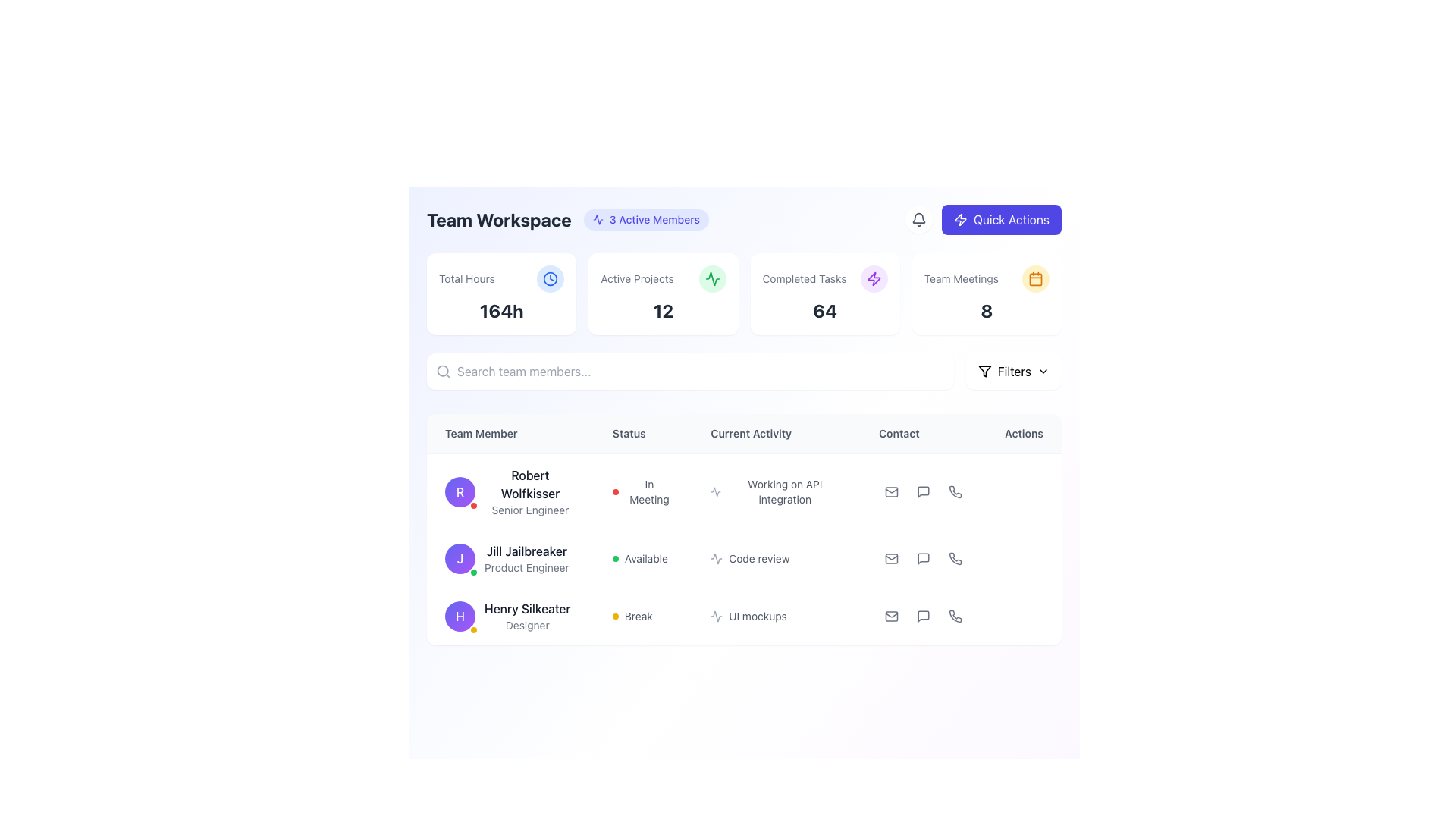 Image resolution: width=1456 pixels, height=819 pixels. What do you see at coordinates (649, 491) in the screenshot?
I see `the 'In Meeting' text label indicating the status of 'Robert Wolfkisser' in the table` at bounding box center [649, 491].